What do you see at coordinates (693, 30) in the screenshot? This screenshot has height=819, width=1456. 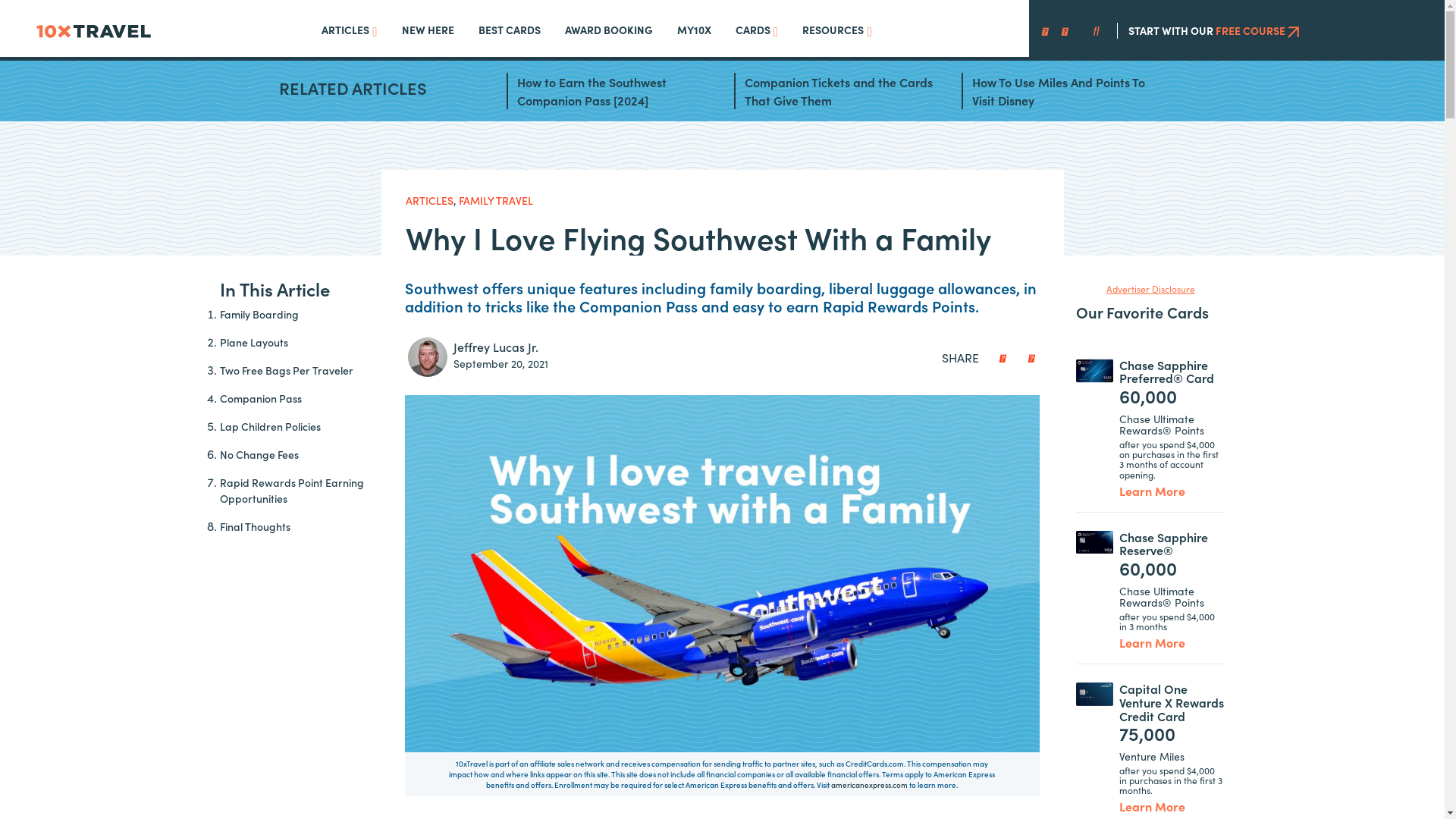 I see `'MY10X'` at bounding box center [693, 30].